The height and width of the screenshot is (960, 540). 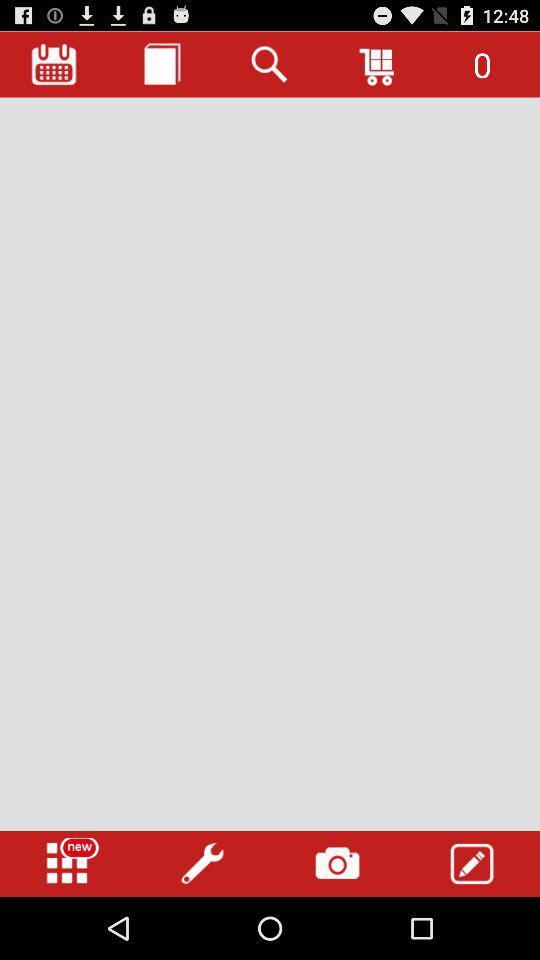 What do you see at coordinates (54, 64) in the screenshot?
I see `calendar` at bounding box center [54, 64].